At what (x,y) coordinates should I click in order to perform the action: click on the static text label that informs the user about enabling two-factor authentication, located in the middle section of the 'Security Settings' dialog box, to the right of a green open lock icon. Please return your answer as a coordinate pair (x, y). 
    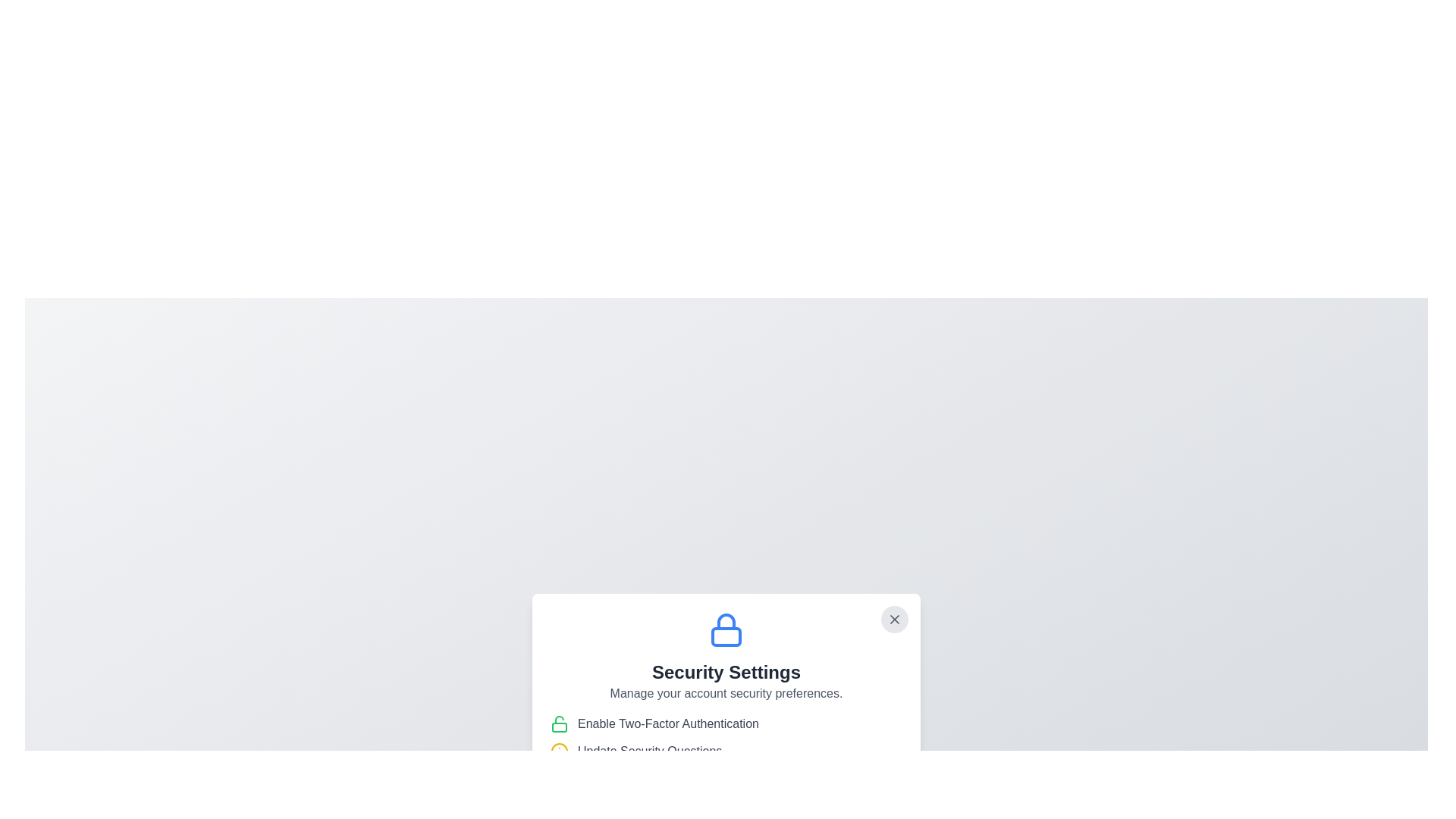
    Looking at the image, I should click on (667, 723).